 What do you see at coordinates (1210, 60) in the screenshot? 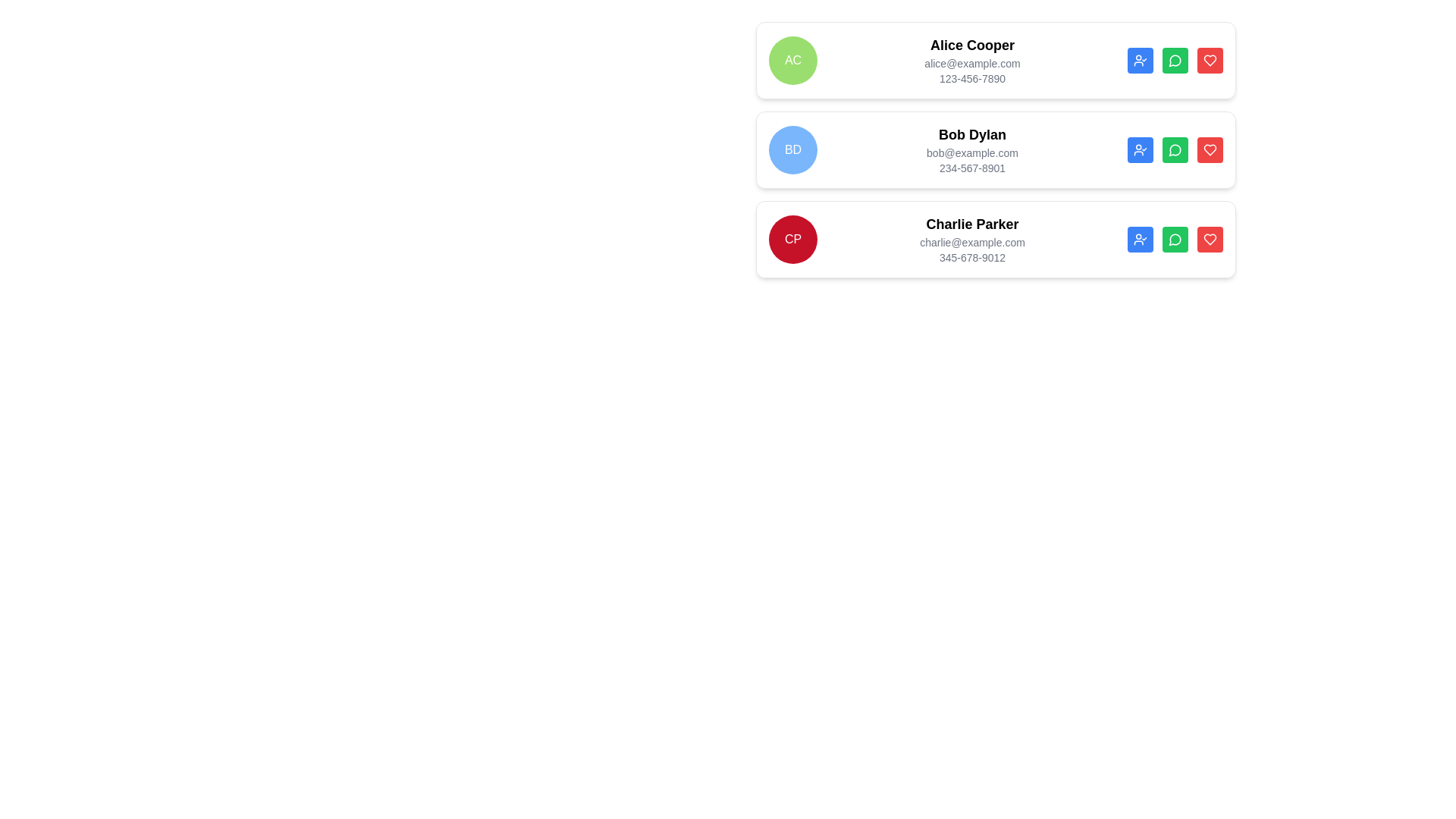
I see `the heart icon located within the rightmost button of the topmost user card` at bounding box center [1210, 60].